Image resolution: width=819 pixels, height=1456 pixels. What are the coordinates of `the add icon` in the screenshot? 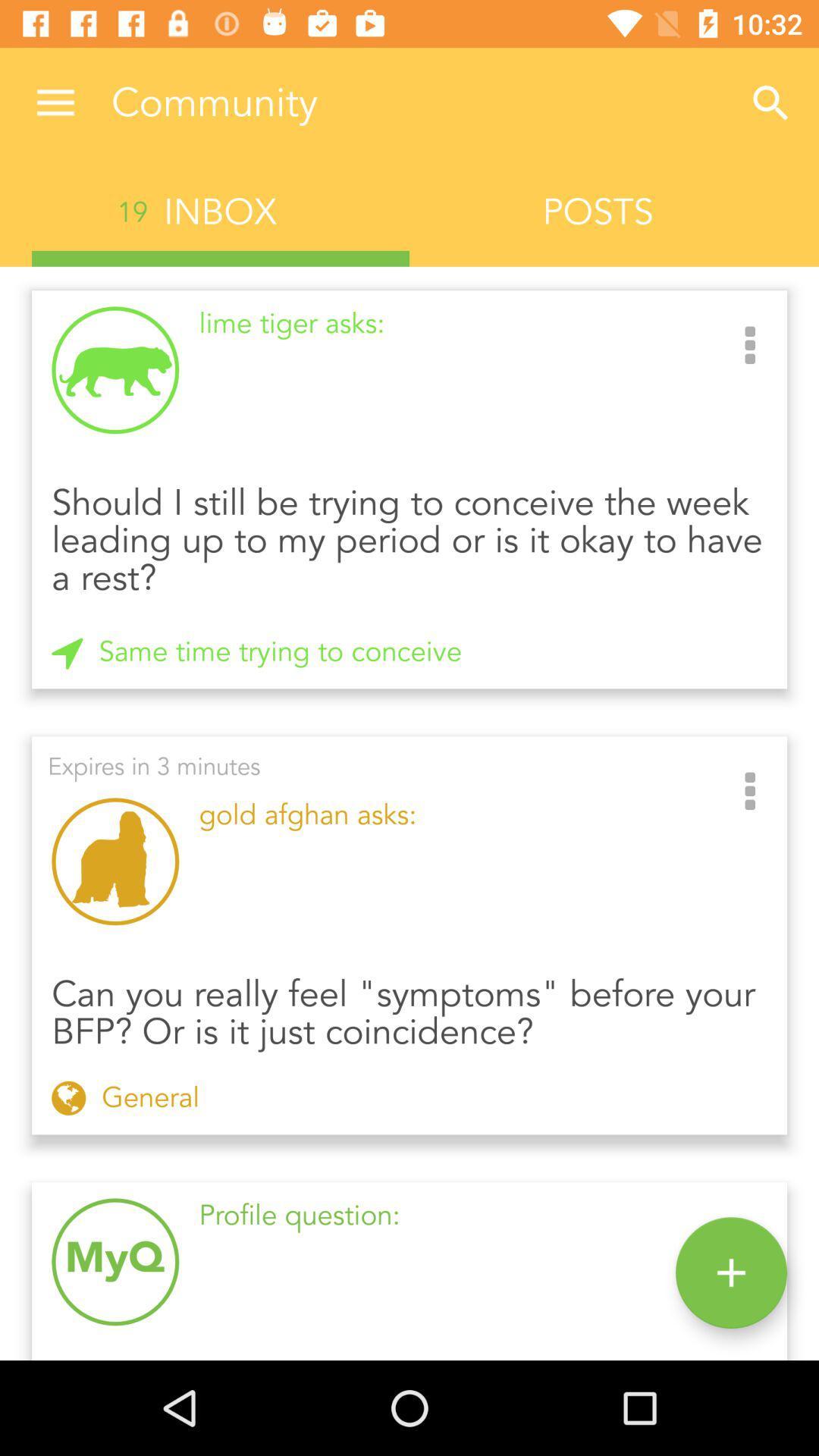 It's located at (730, 1272).